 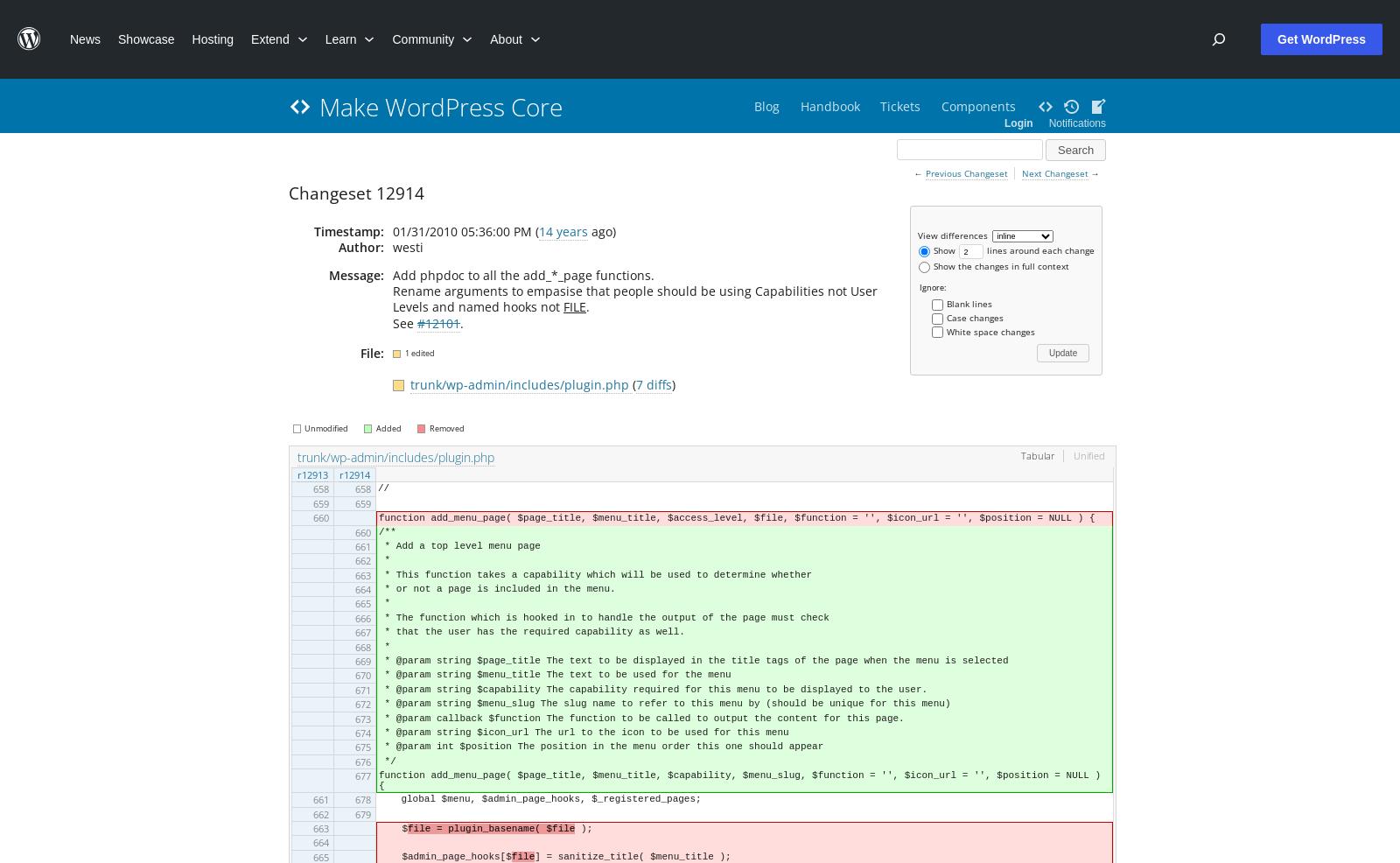 What do you see at coordinates (312, 473) in the screenshot?
I see `'r12913'` at bounding box center [312, 473].